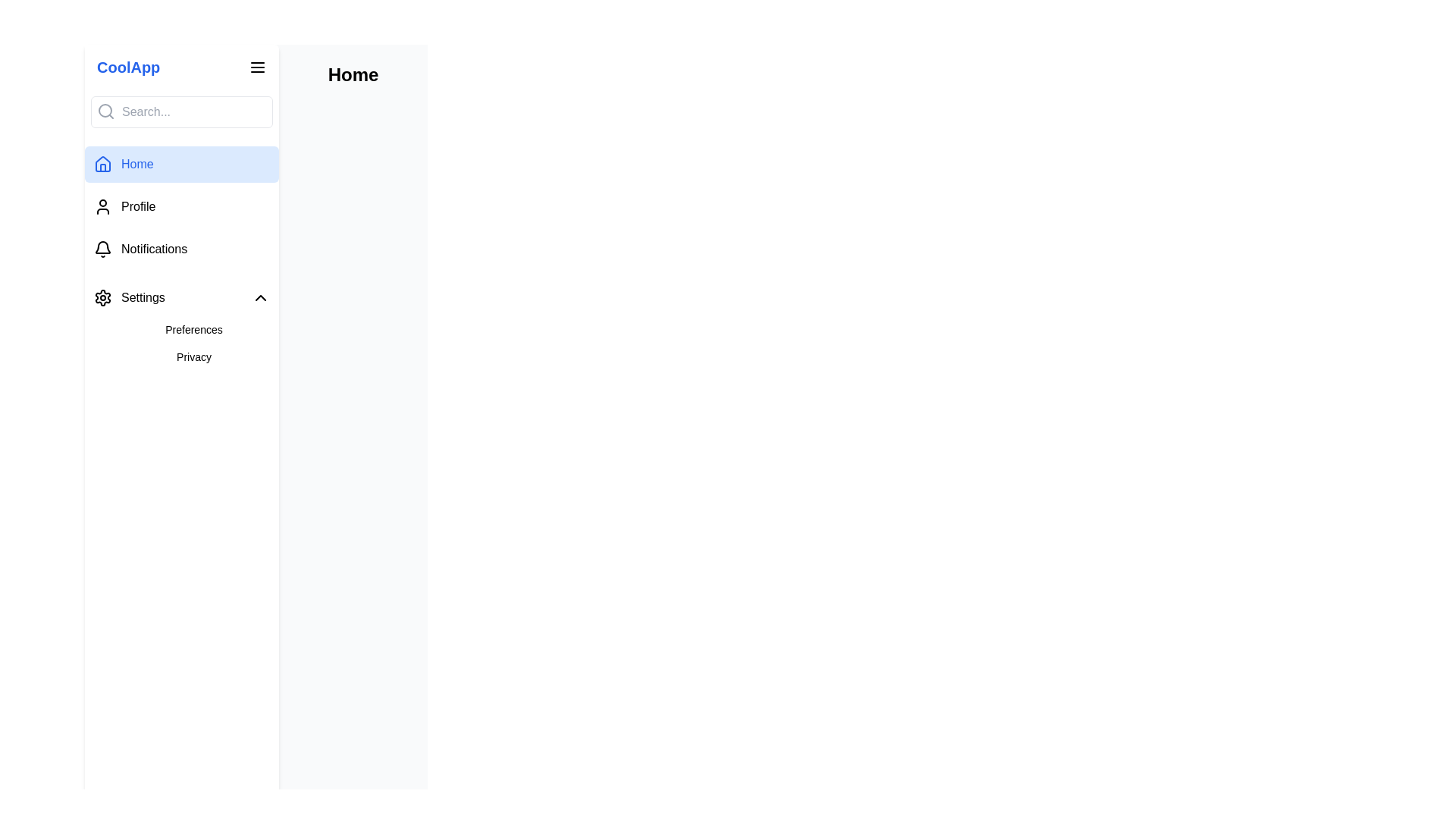  I want to click on the first Button-like navigation link in the sidebar menu, so click(182, 164).